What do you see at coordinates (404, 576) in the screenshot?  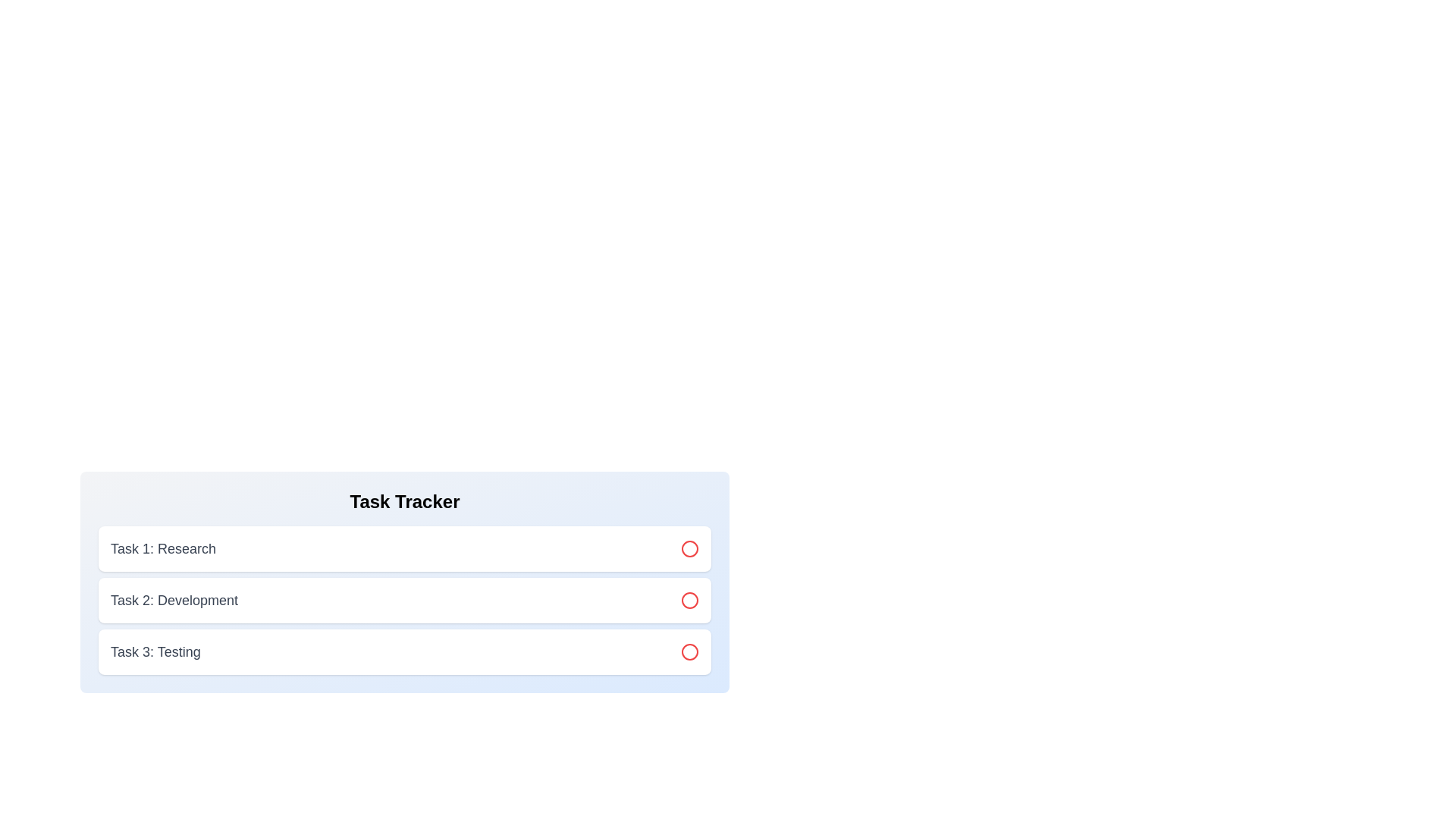 I see `the background of the TaskManager component` at bounding box center [404, 576].